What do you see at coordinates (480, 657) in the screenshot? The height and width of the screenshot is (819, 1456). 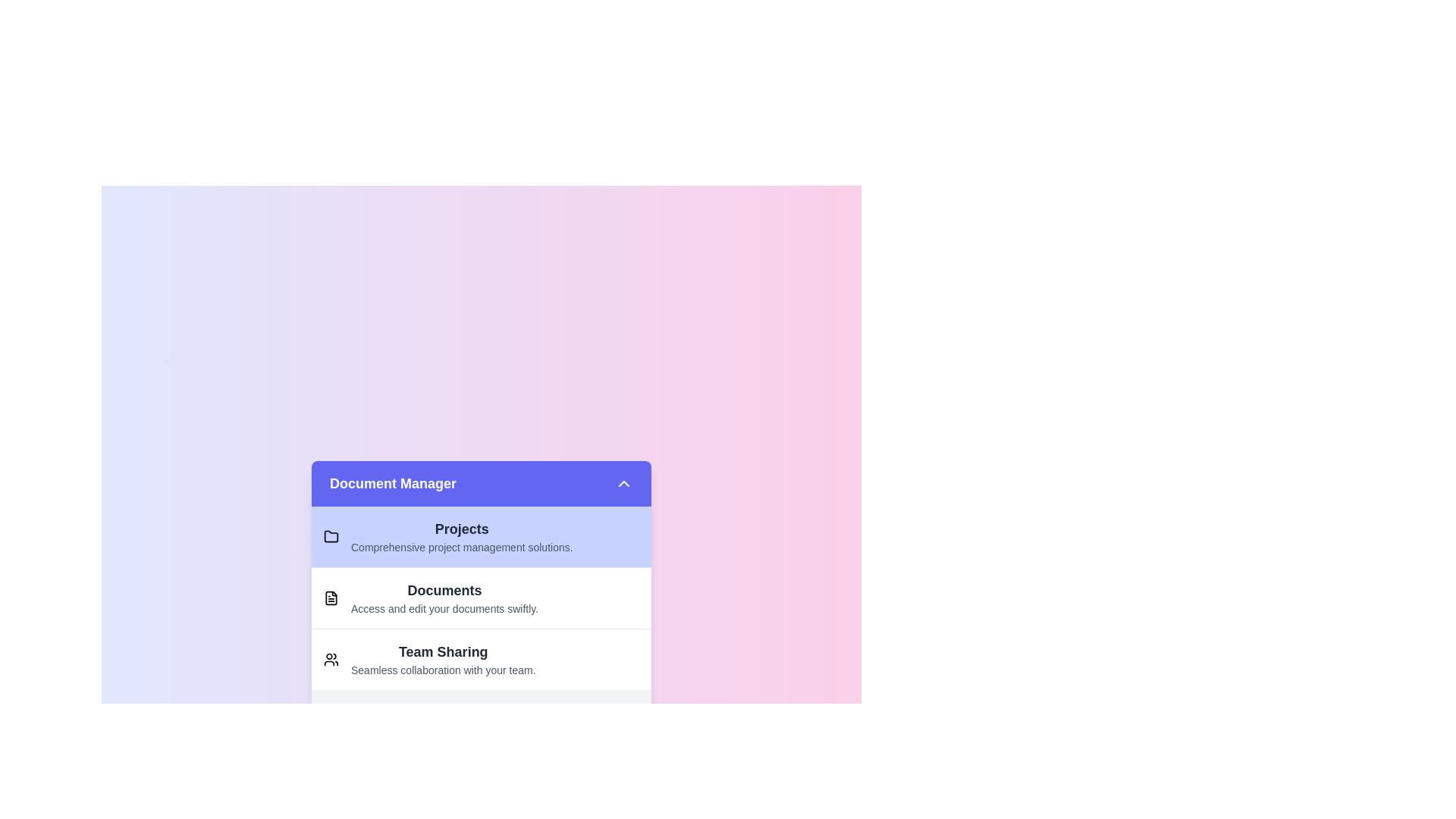 I see `the item Team Sharing in the list to select it` at bounding box center [480, 657].